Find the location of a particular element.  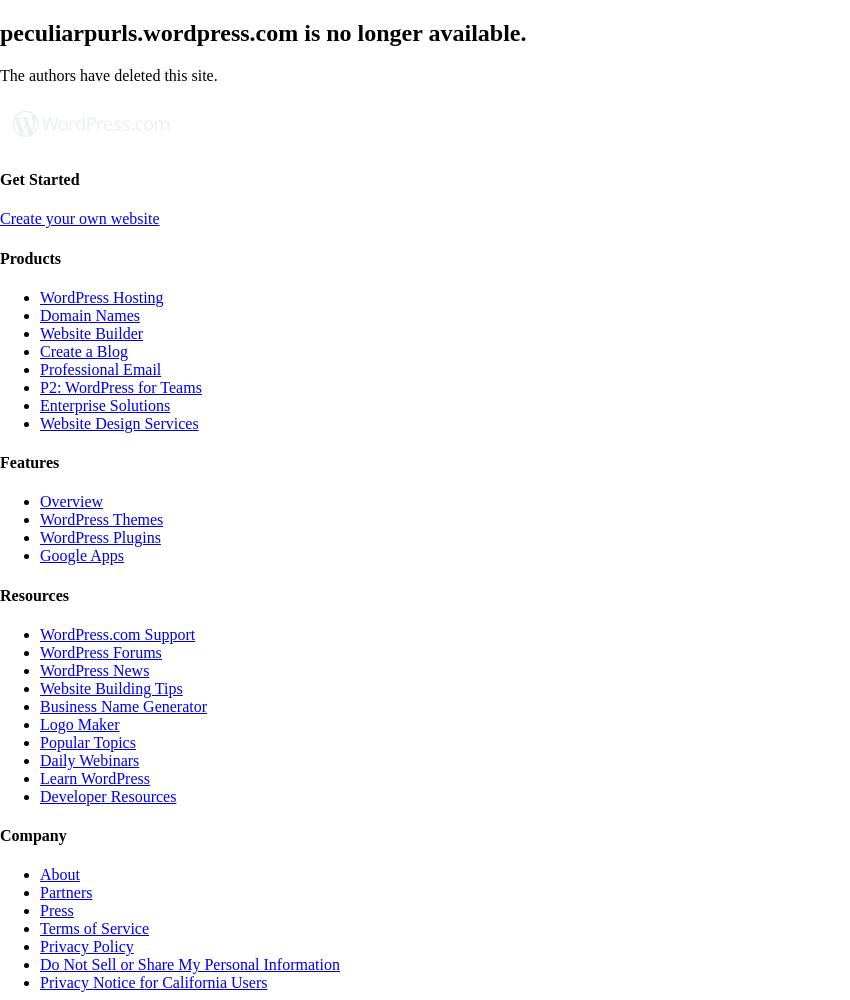

'The authors have deleted this site.' is located at coordinates (107, 73).